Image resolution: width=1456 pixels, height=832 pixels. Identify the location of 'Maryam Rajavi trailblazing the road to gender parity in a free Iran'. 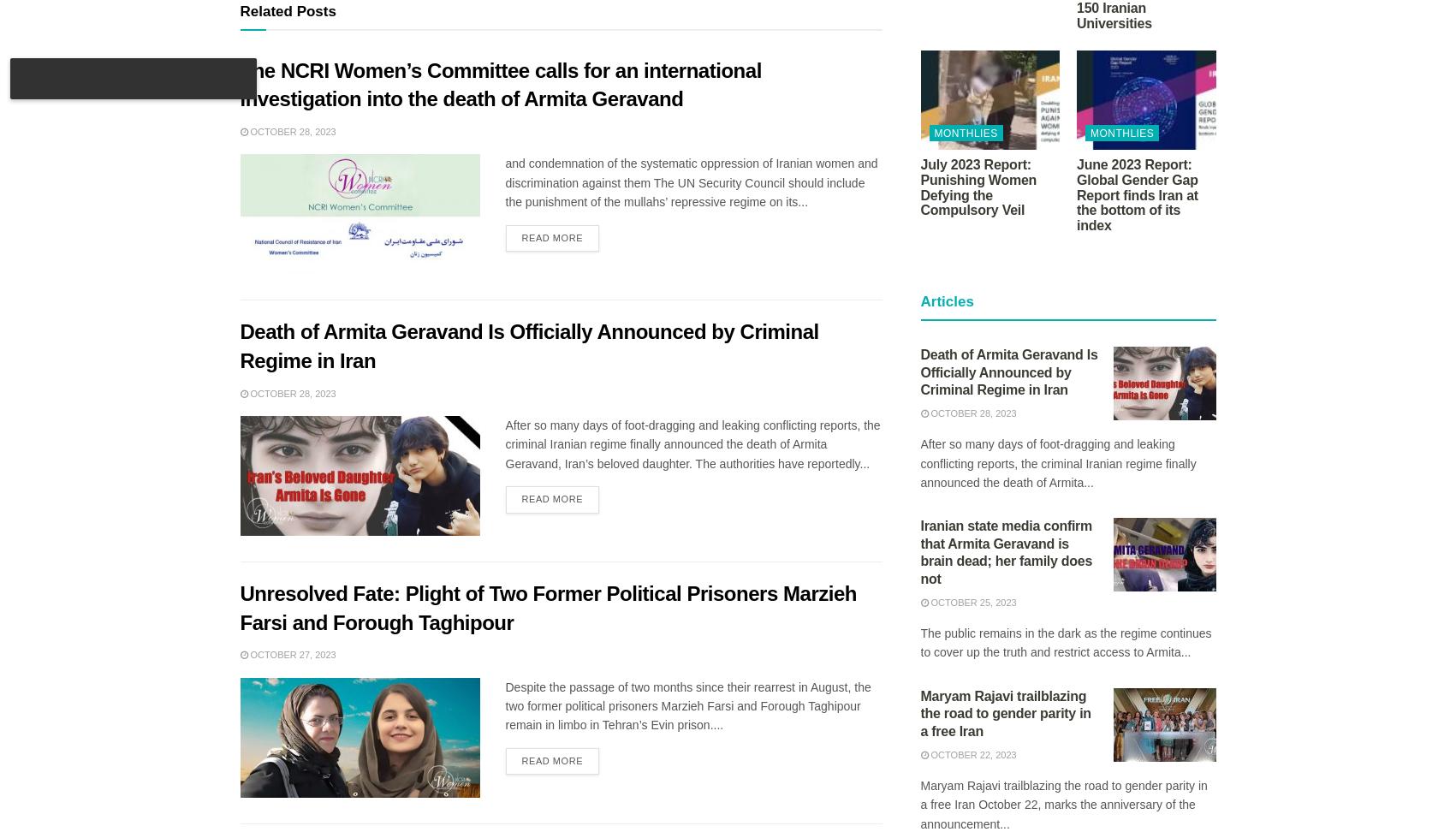
(1004, 712).